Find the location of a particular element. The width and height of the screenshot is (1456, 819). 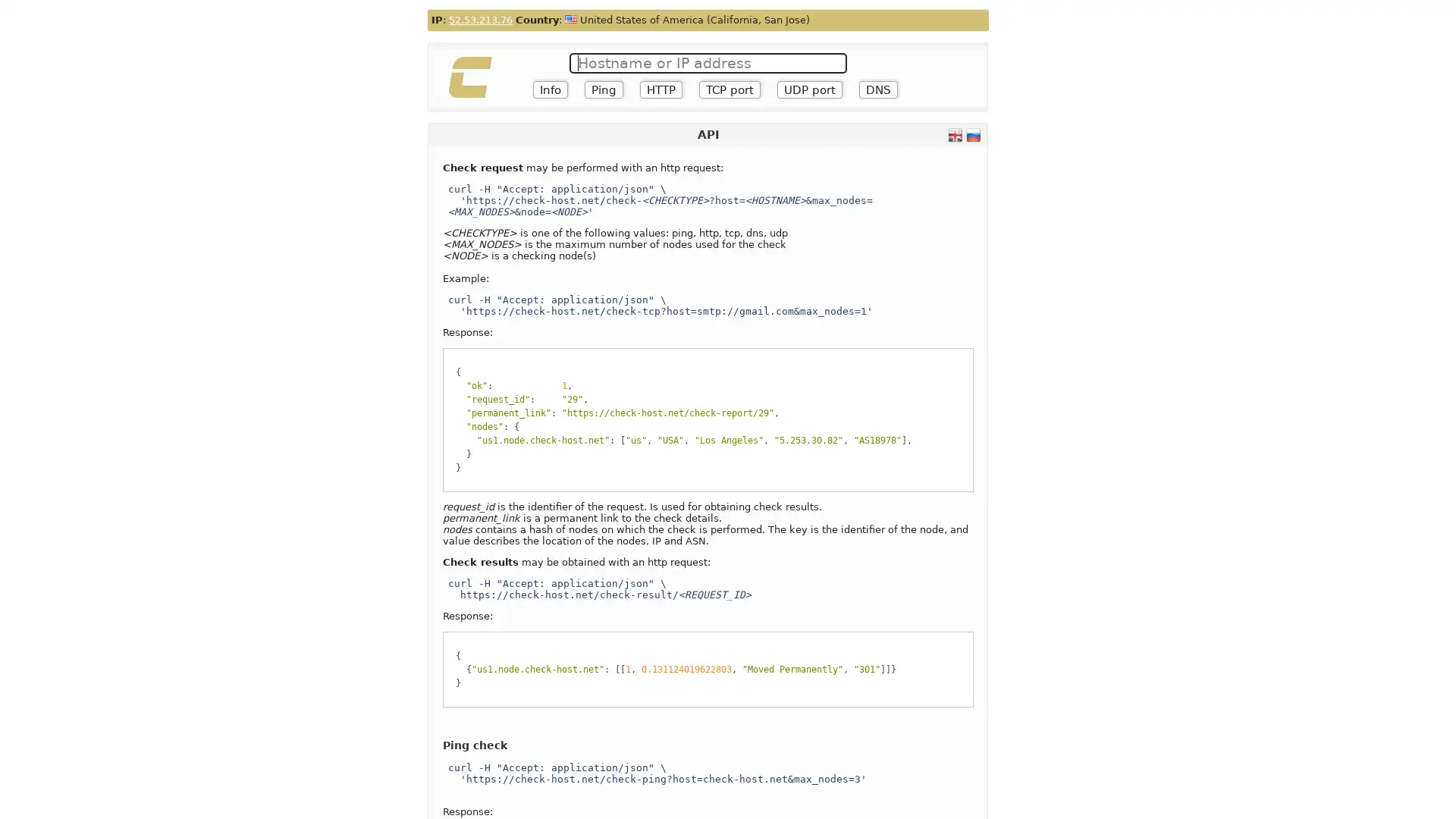

Info is located at coordinates (548, 89).